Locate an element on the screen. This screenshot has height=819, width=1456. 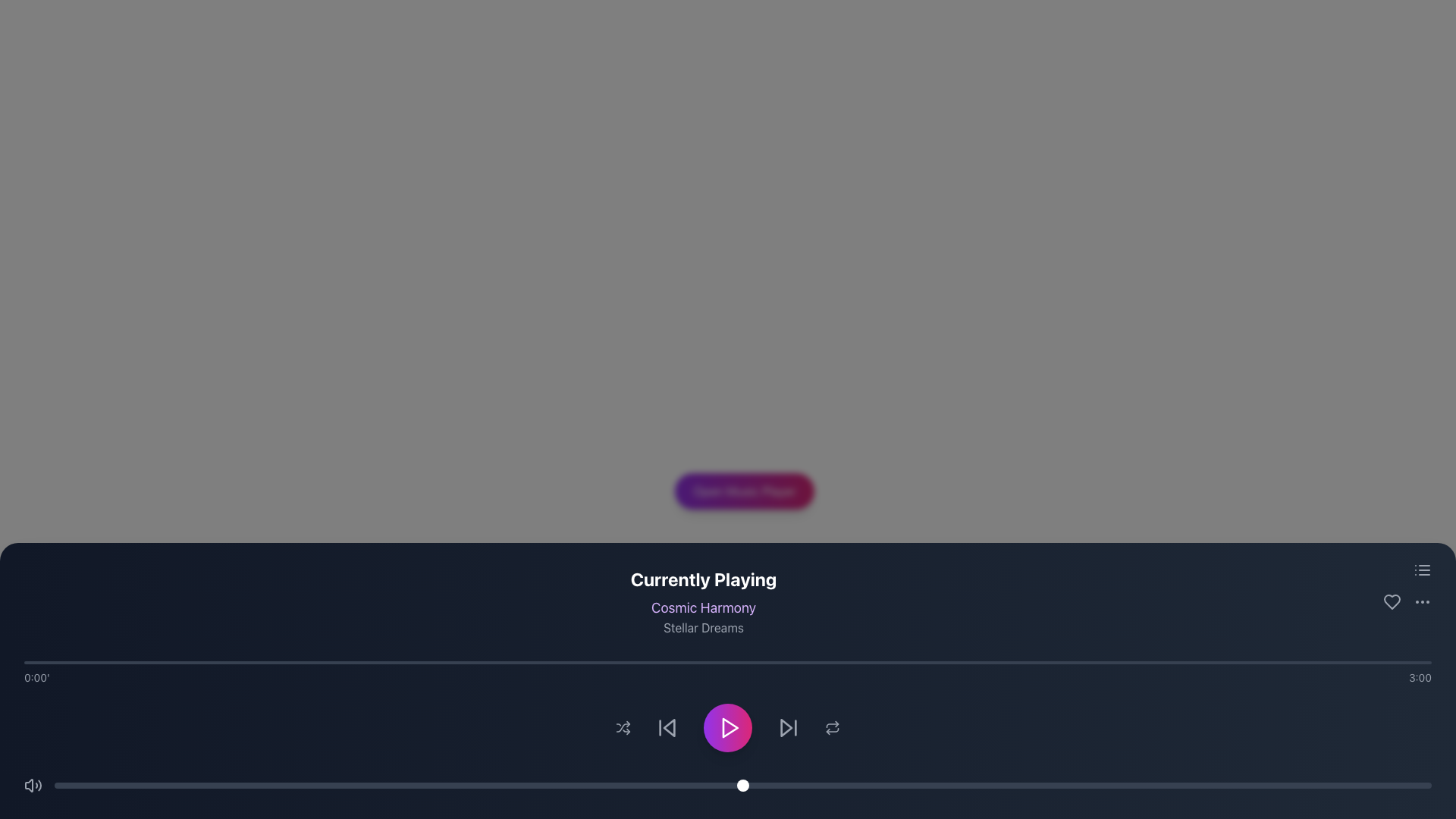
the 'like' or 'favorite' icon button located at the top-right corner of the music player interface to mark the content as preferred is located at coordinates (1392, 601).